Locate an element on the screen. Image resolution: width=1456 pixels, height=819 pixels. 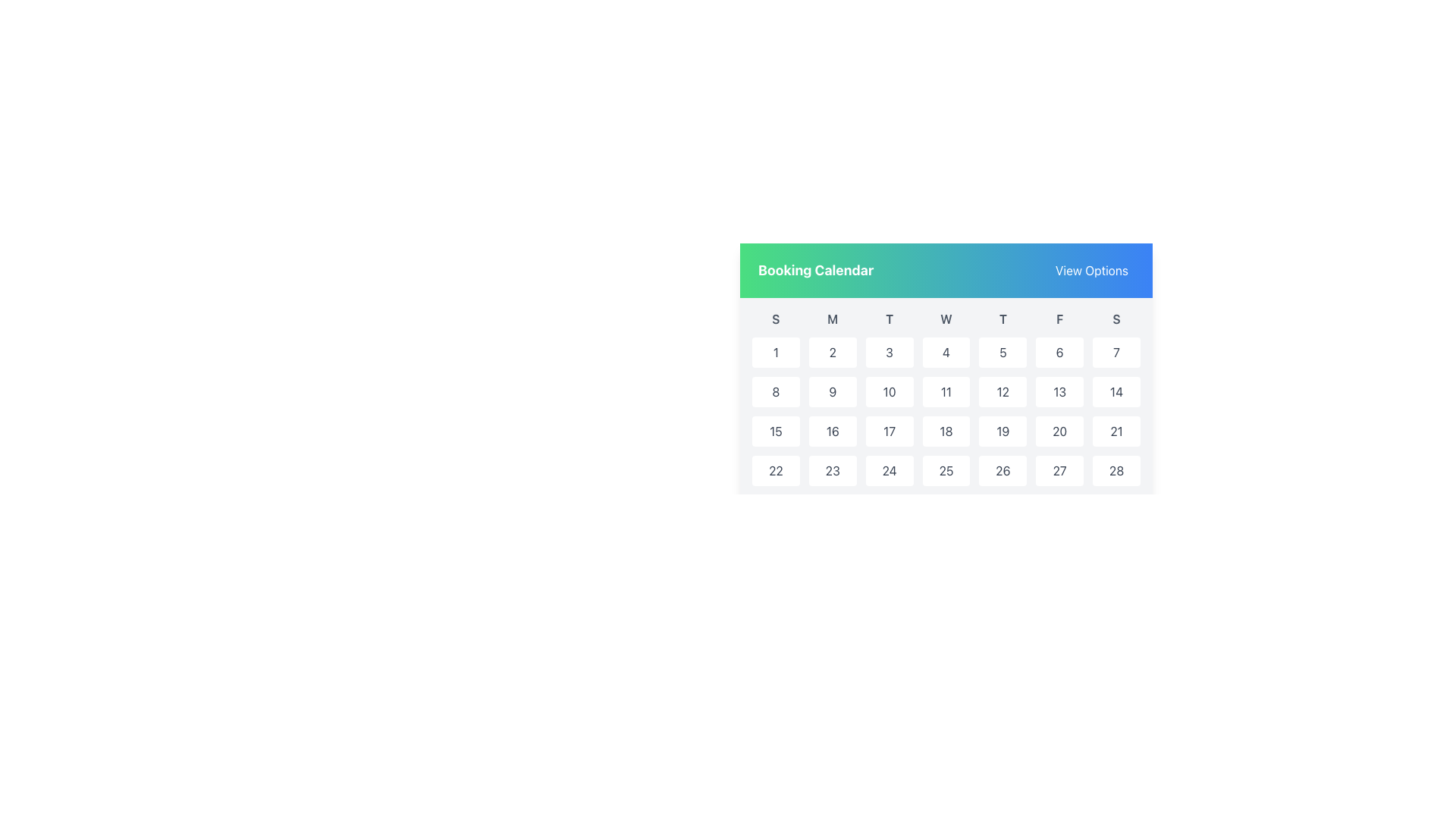
the text element displaying the digit '3' inside a white rectangular button in the calendar interface is located at coordinates (890, 353).